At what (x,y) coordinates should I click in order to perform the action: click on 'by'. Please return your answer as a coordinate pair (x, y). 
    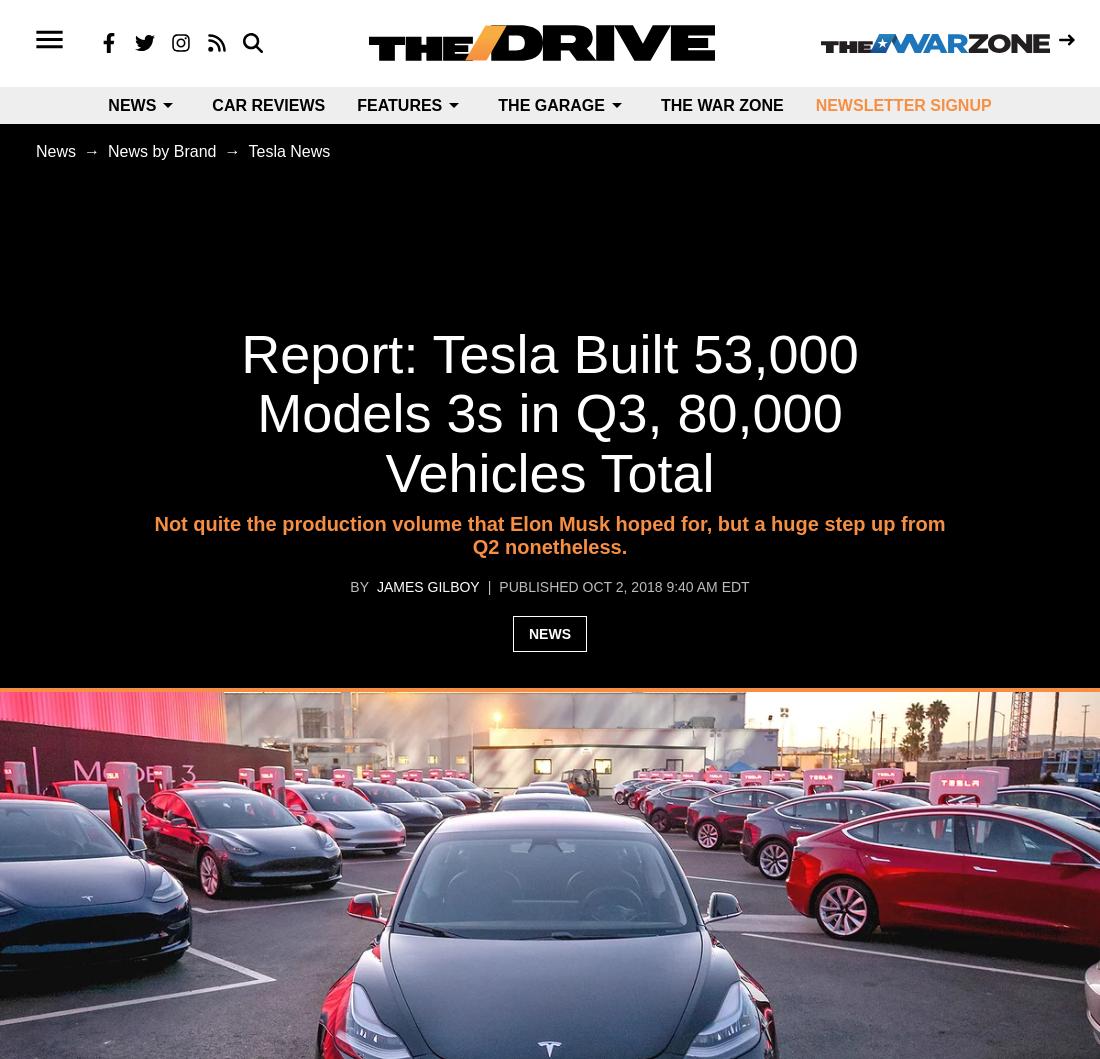
    Looking at the image, I should click on (359, 586).